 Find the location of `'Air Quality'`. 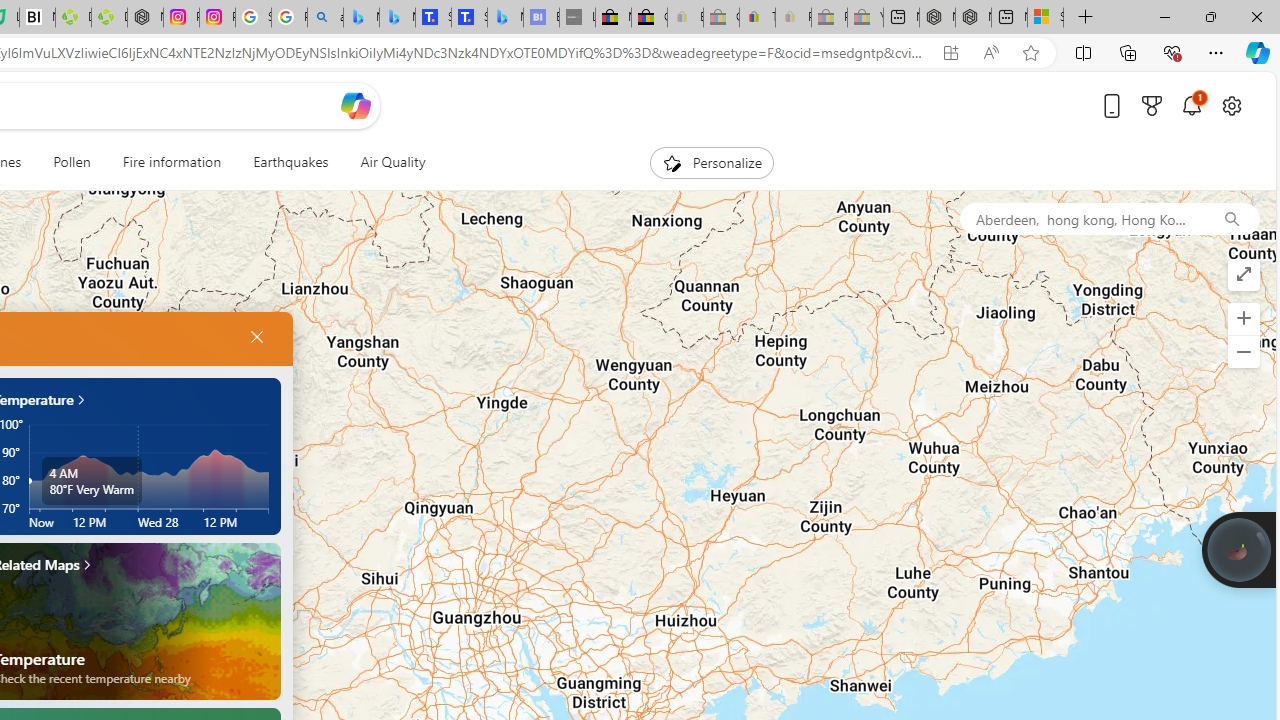

'Air Quality' is located at coordinates (392, 162).